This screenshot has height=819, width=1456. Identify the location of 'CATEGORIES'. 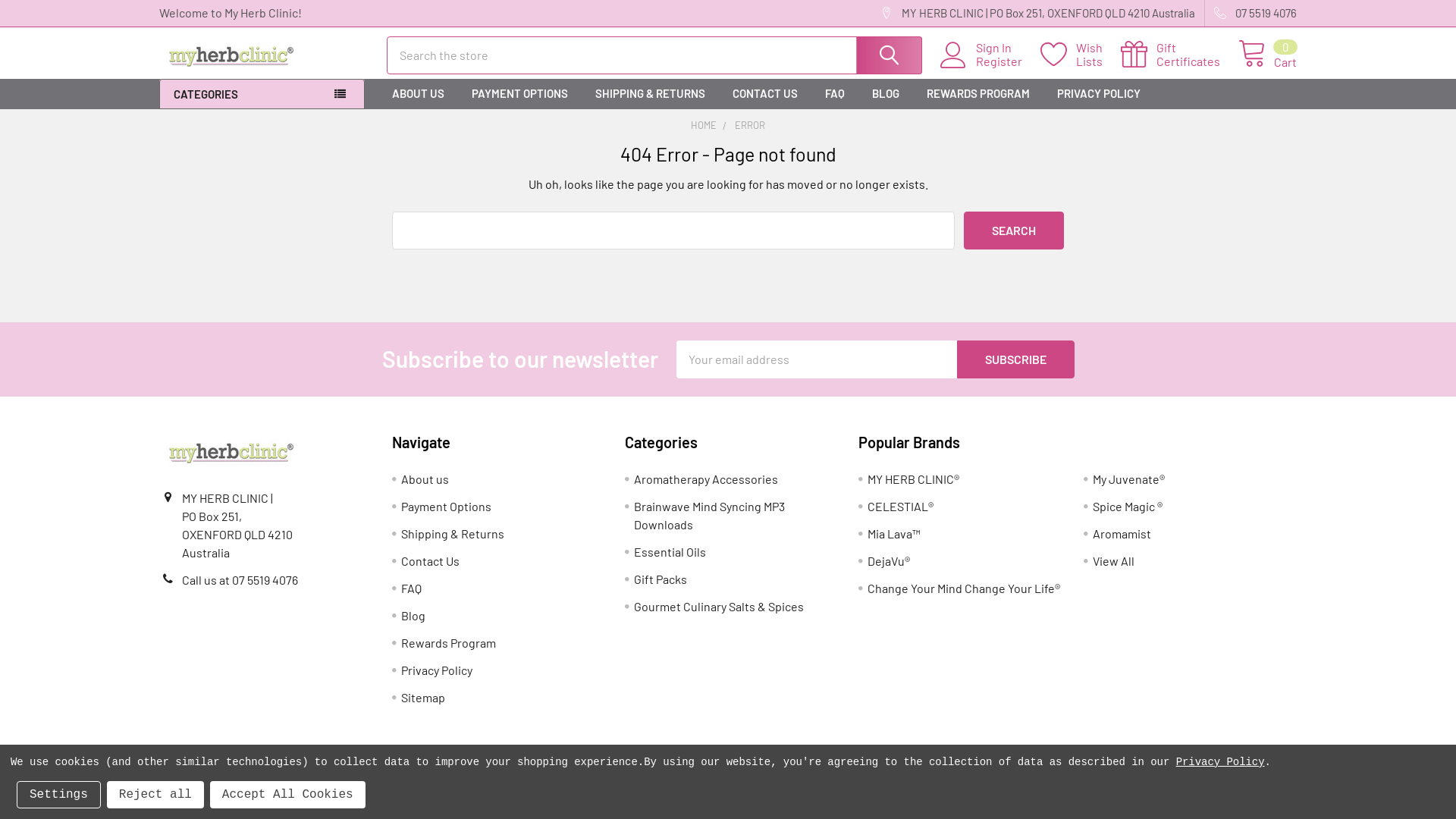
(262, 94).